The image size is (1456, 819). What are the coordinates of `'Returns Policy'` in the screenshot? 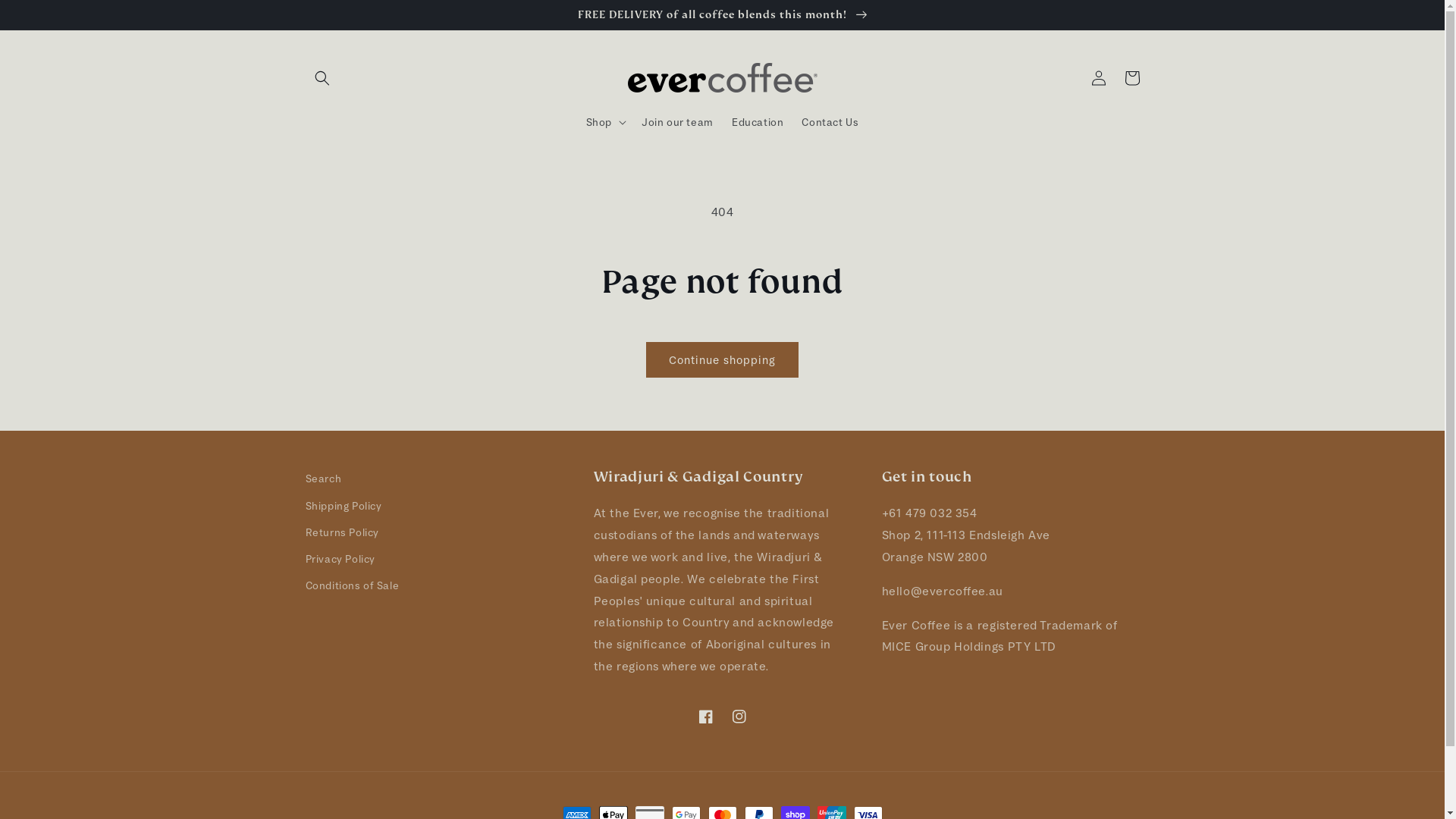 It's located at (340, 532).